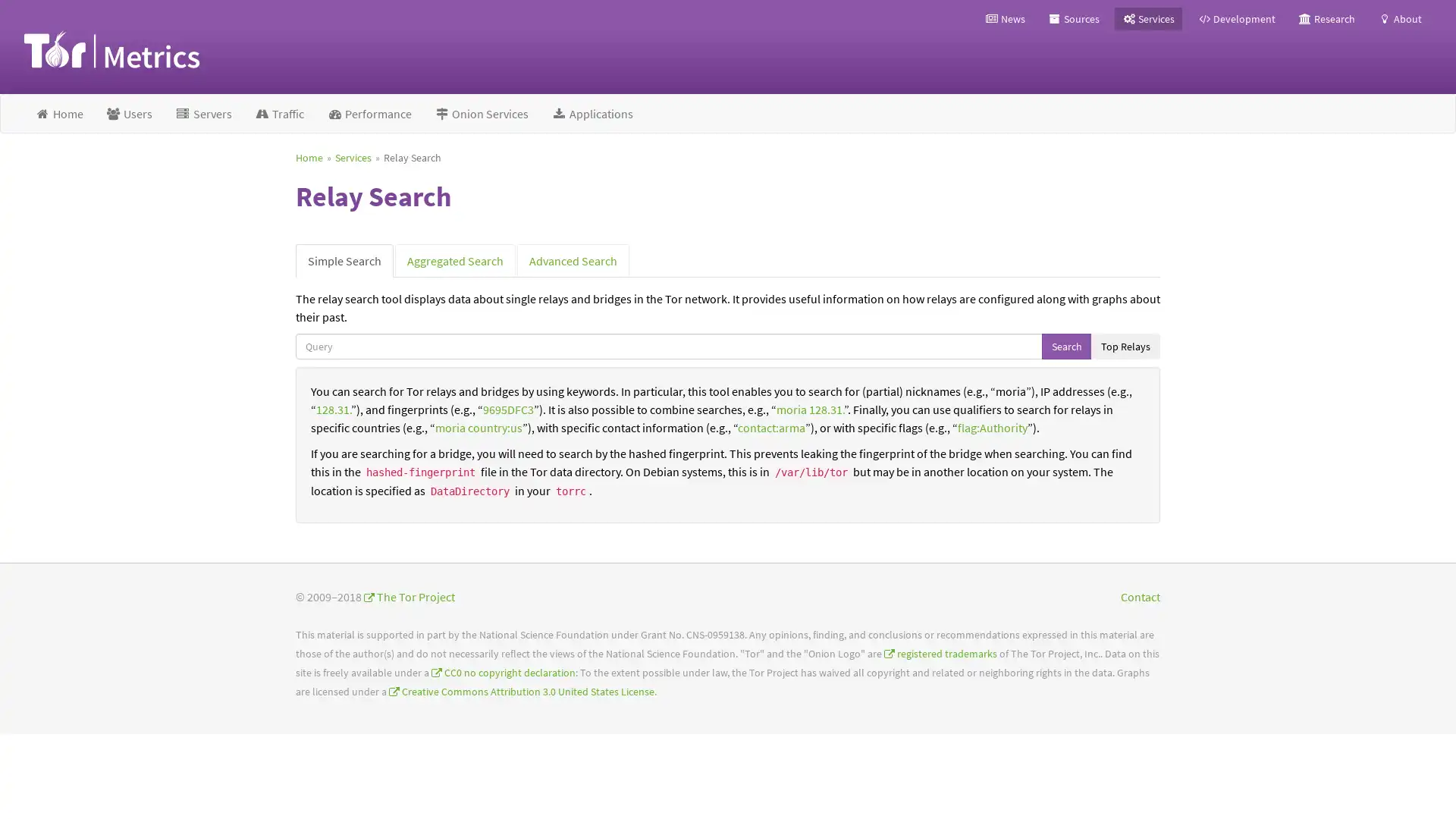 The height and width of the screenshot is (819, 1456). What do you see at coordinates (1125, 346) in the screenshot?
I see `Top Relays` at bounding box center [1125, 346].